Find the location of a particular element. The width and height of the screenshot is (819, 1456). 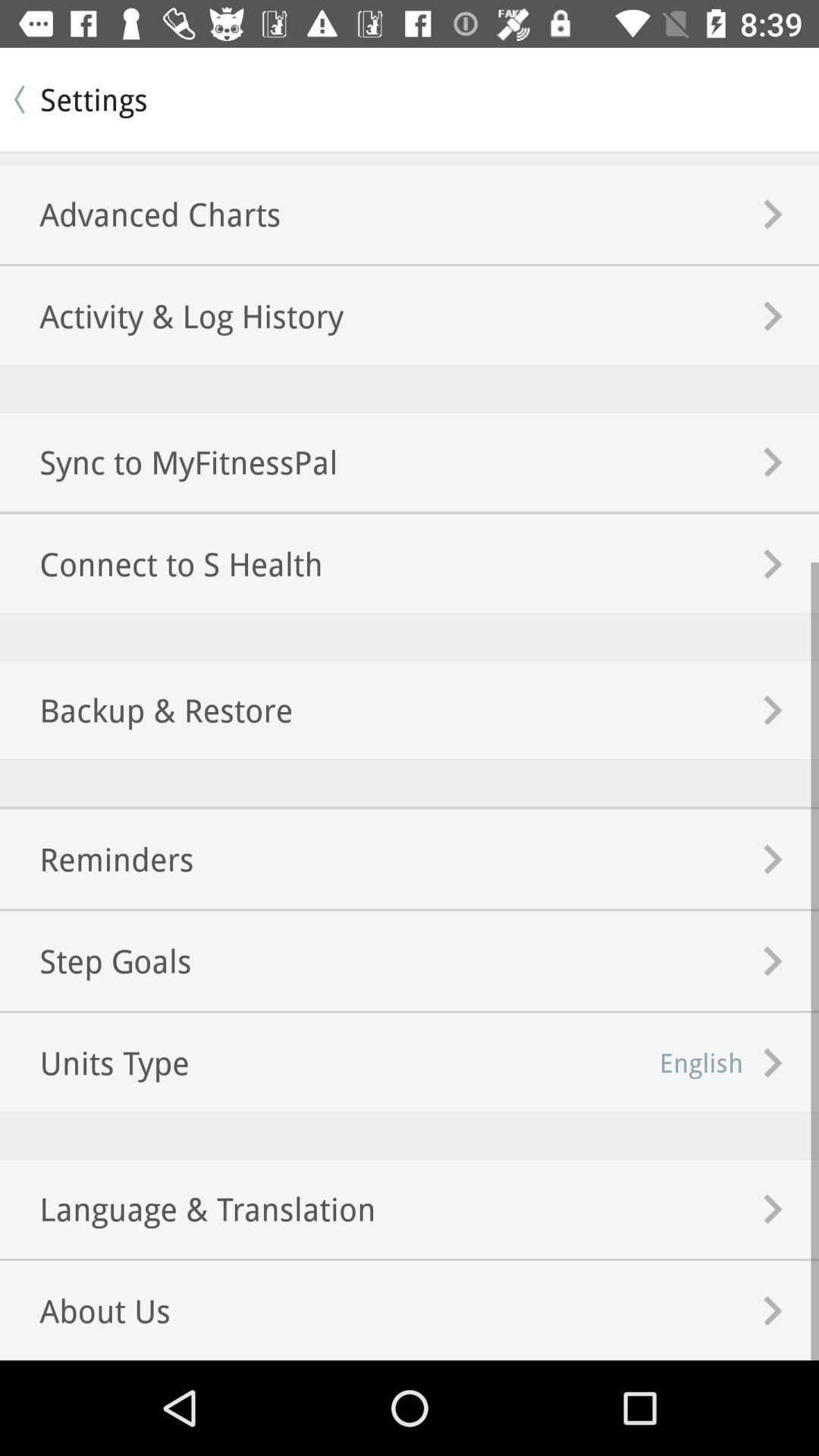

the reminders icon is located at coordinates (96, 858).